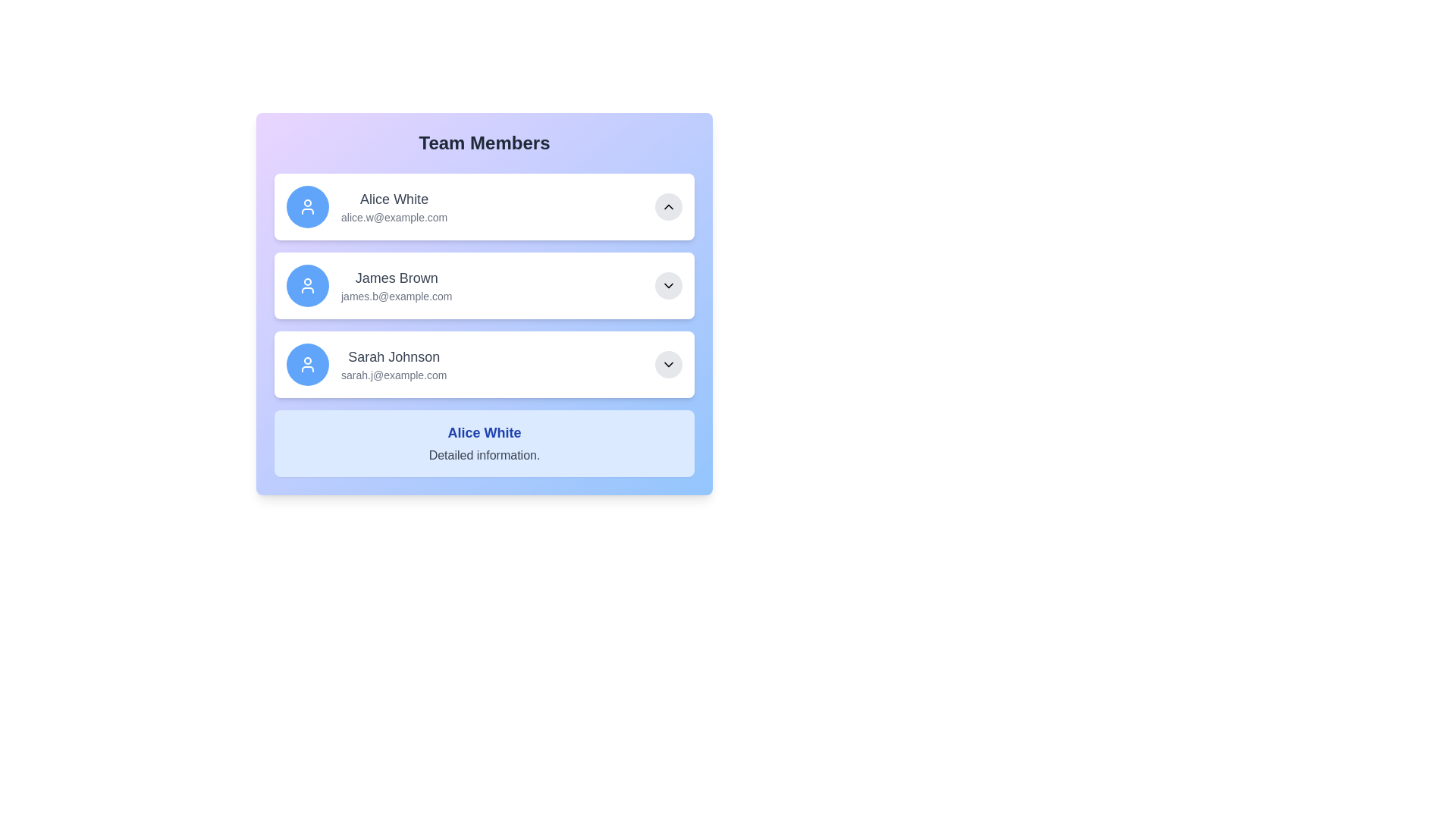  What do you see at coordinates (367, 207) in the screenshot?
I see `the topmost list item containing profile information of a team member, which includes their name and email address` at bounding box center [367, 207].